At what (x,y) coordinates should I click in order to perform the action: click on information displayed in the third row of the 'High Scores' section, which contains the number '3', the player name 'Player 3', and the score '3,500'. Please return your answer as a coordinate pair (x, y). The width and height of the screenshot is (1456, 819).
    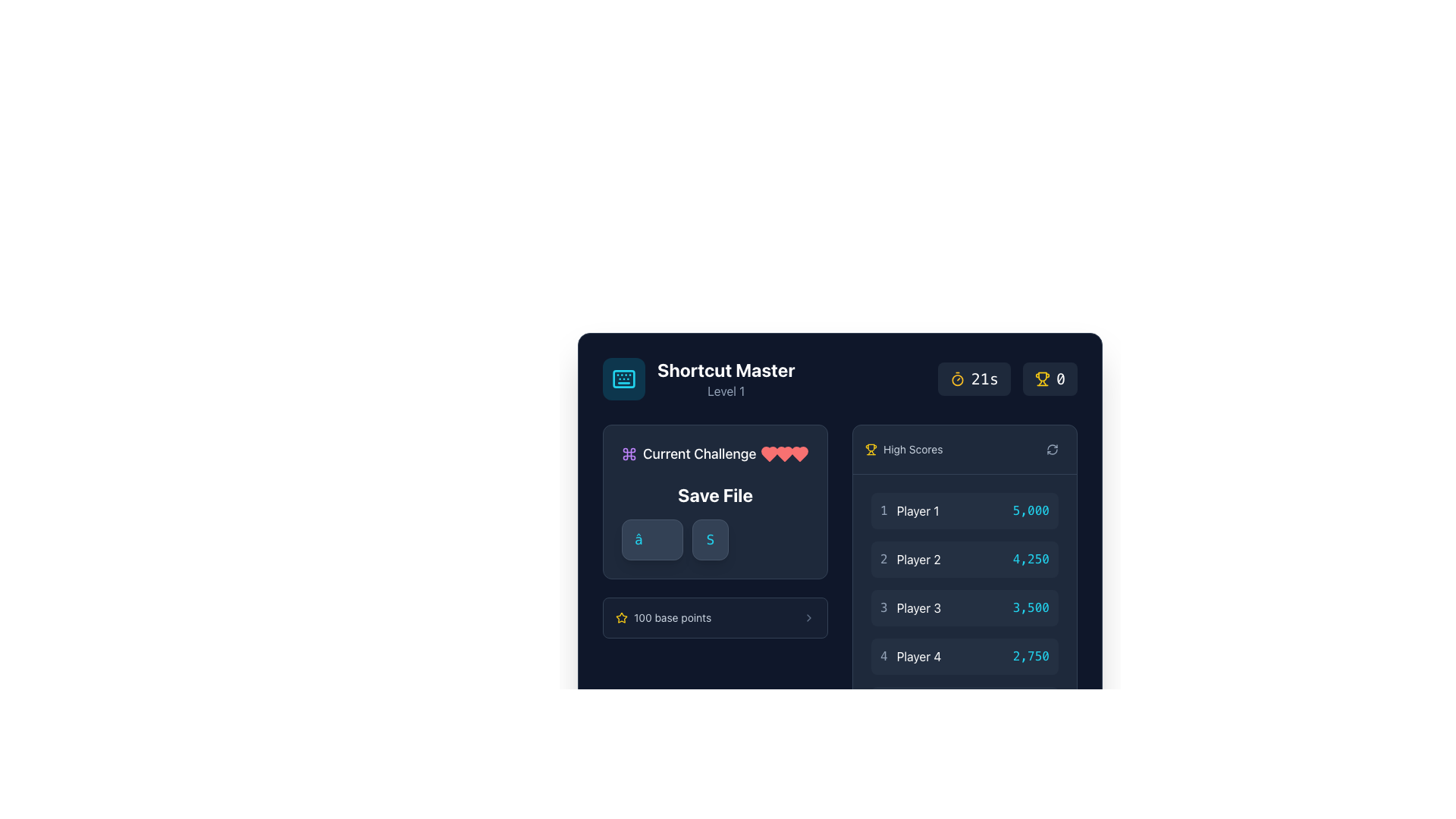
    Looking at the image, I should click on (964, 607).